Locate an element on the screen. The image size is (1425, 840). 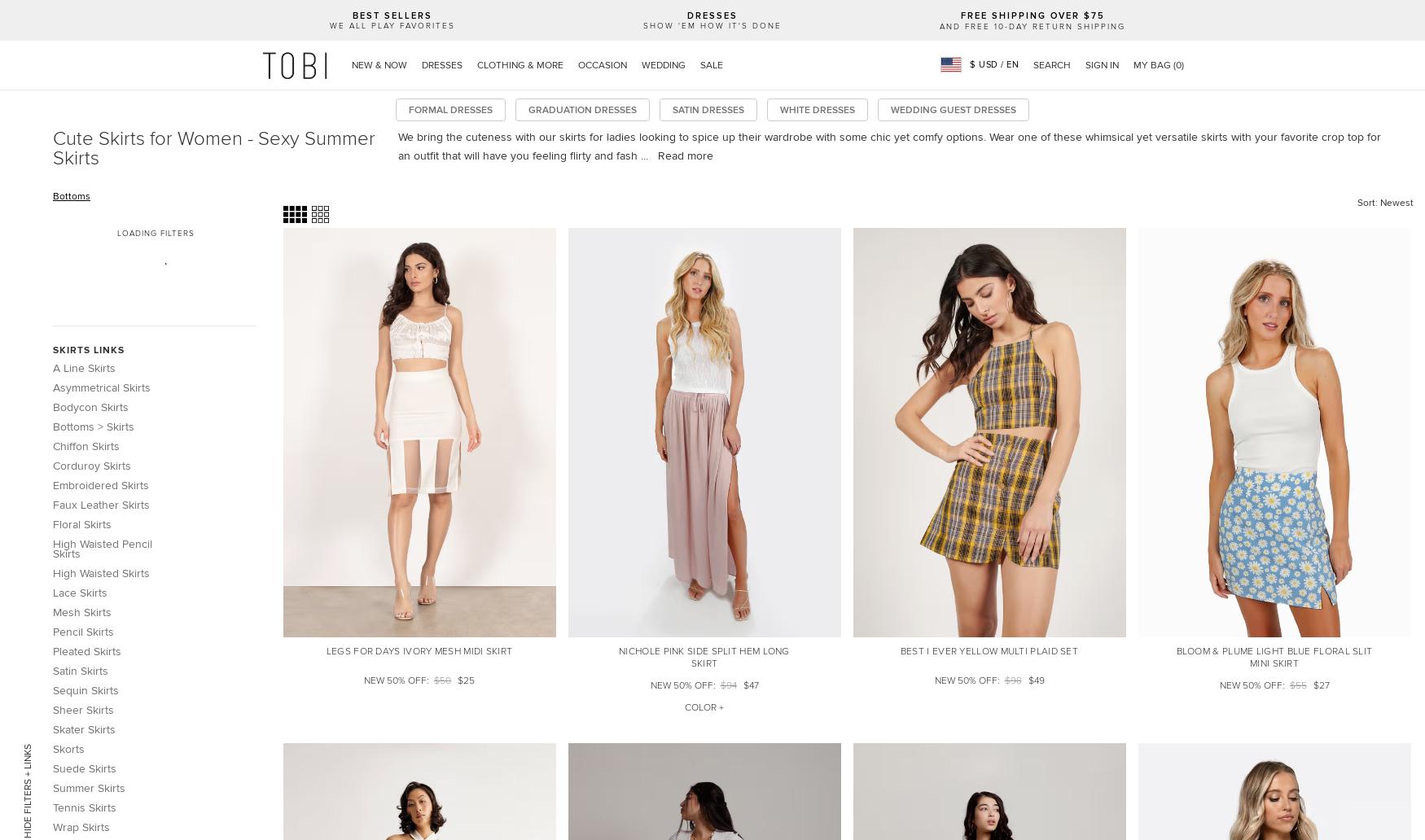
'Bloom & Plume Light Blue Floral Slit Mini Skirt' is located at coordinates (1175, 657).